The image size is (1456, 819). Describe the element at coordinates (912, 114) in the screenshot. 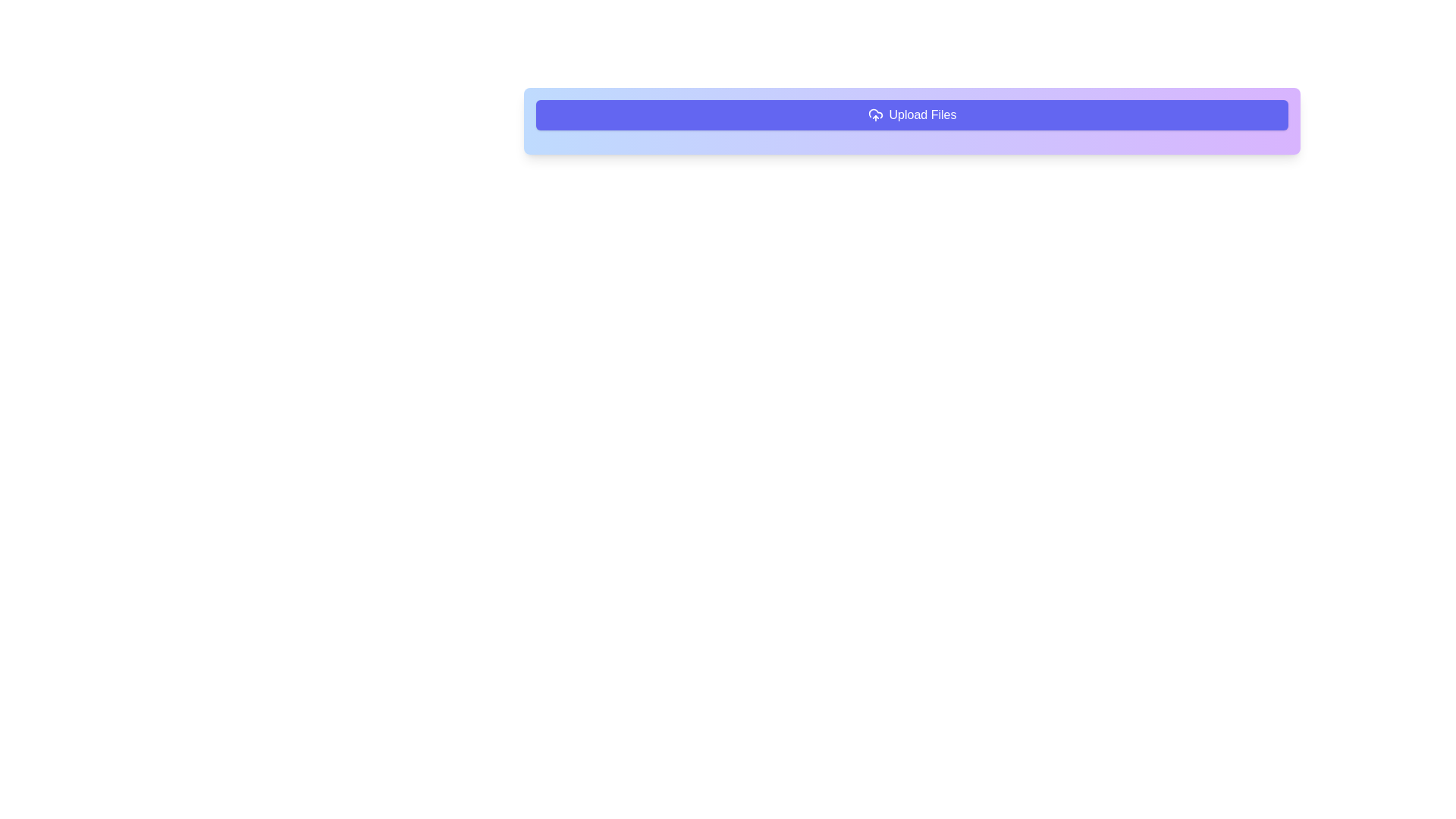

I see `the 'Upload Files' button, which features white text on a purple gradient background and a cloud upload icon, to initiate the file upload` at that location.